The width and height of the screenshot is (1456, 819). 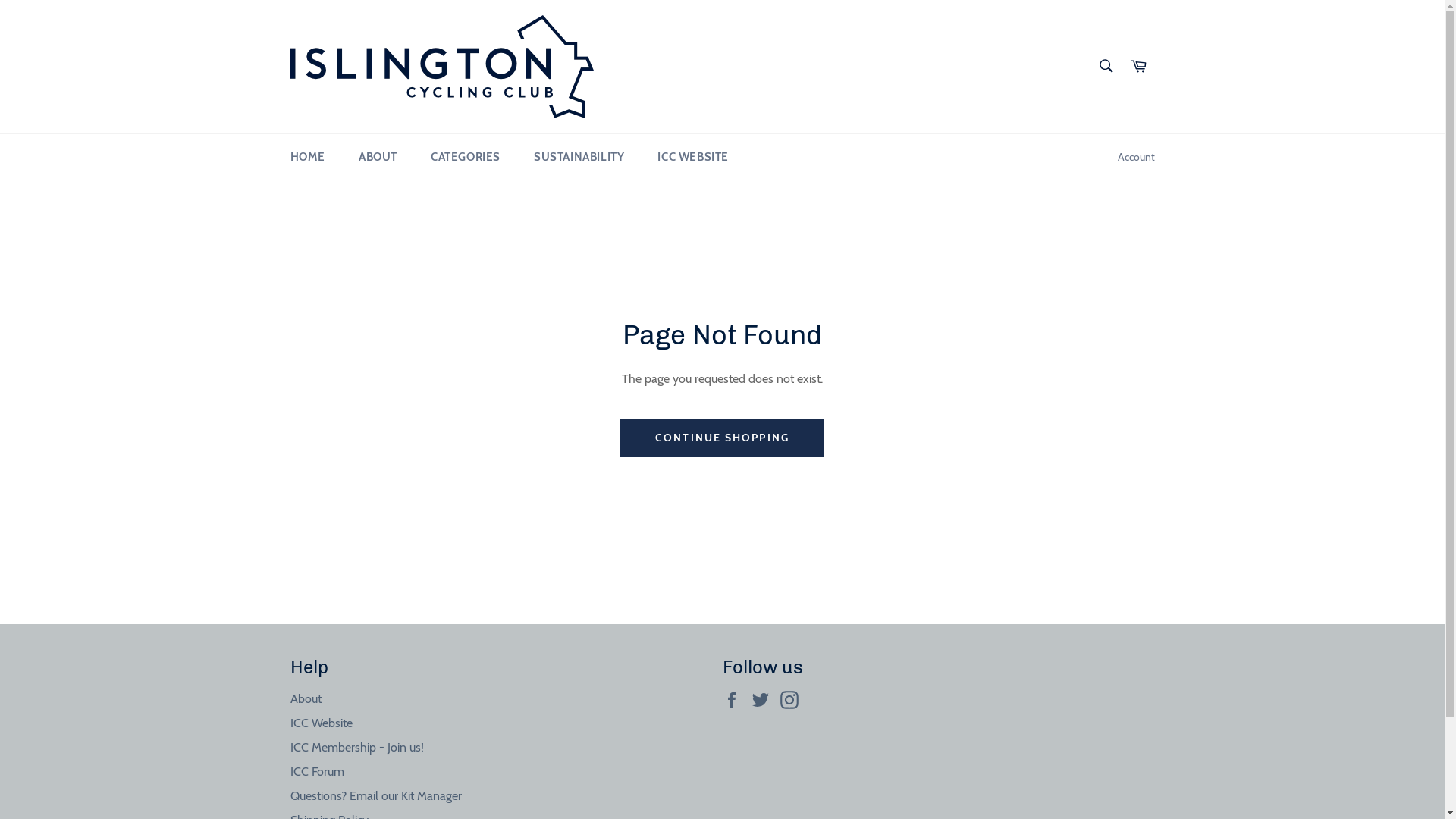 I want to click on 'ICC Forum', so click(x=290, y=771).